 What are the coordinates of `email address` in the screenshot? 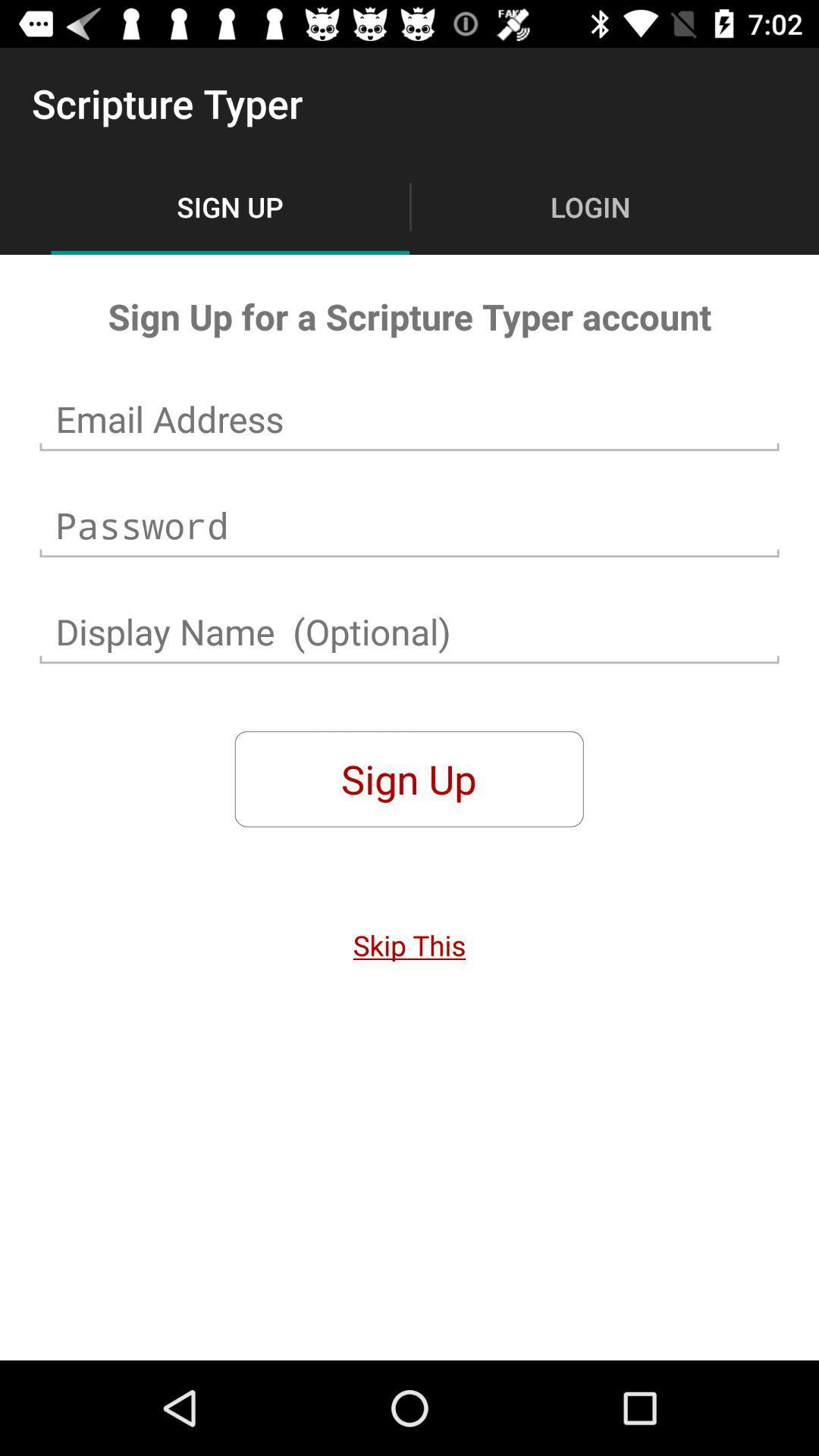 It's located at (409, 419).